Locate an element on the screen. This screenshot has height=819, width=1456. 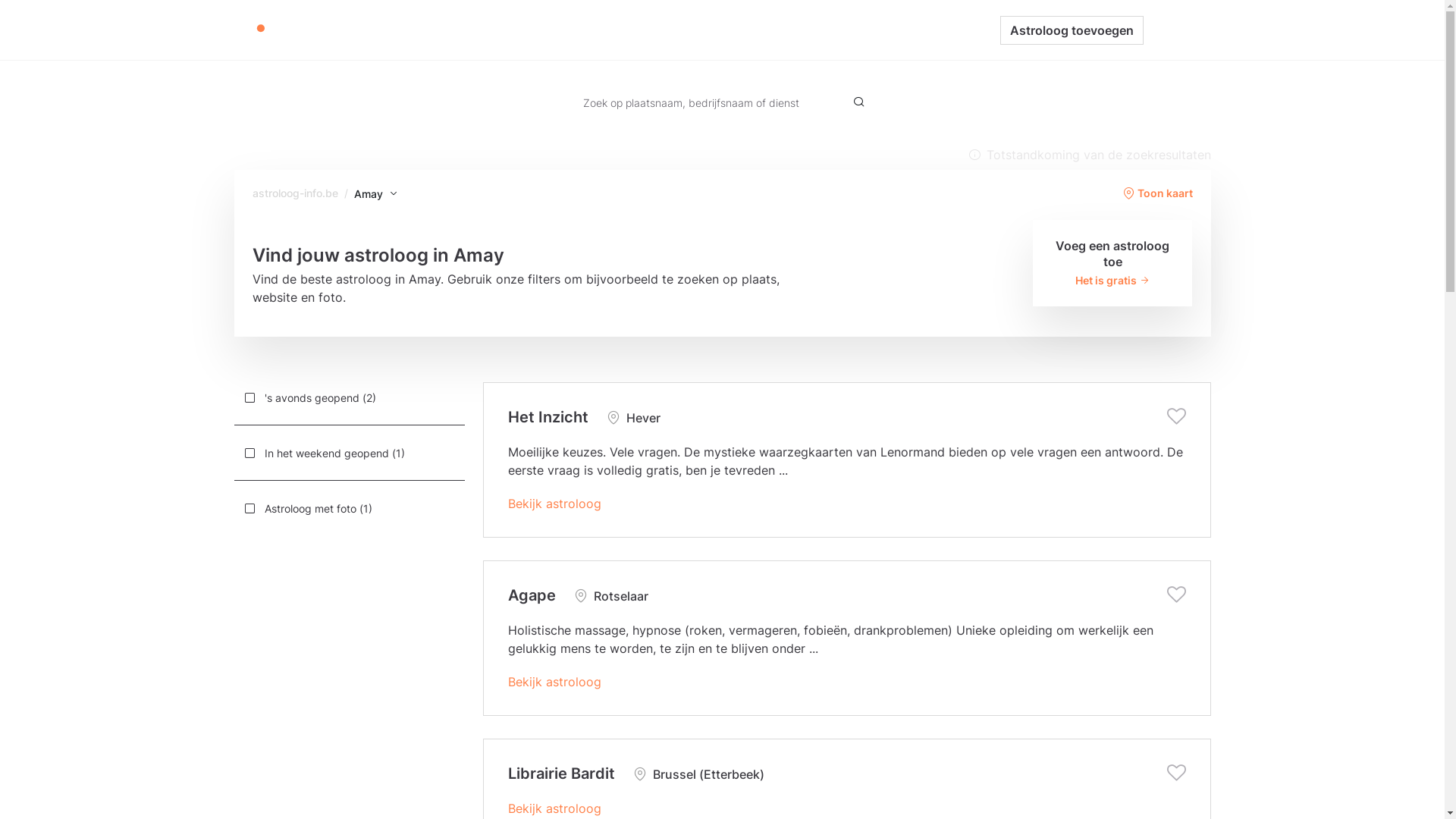
'Inloggen' is located at coordinates (1176, 30).